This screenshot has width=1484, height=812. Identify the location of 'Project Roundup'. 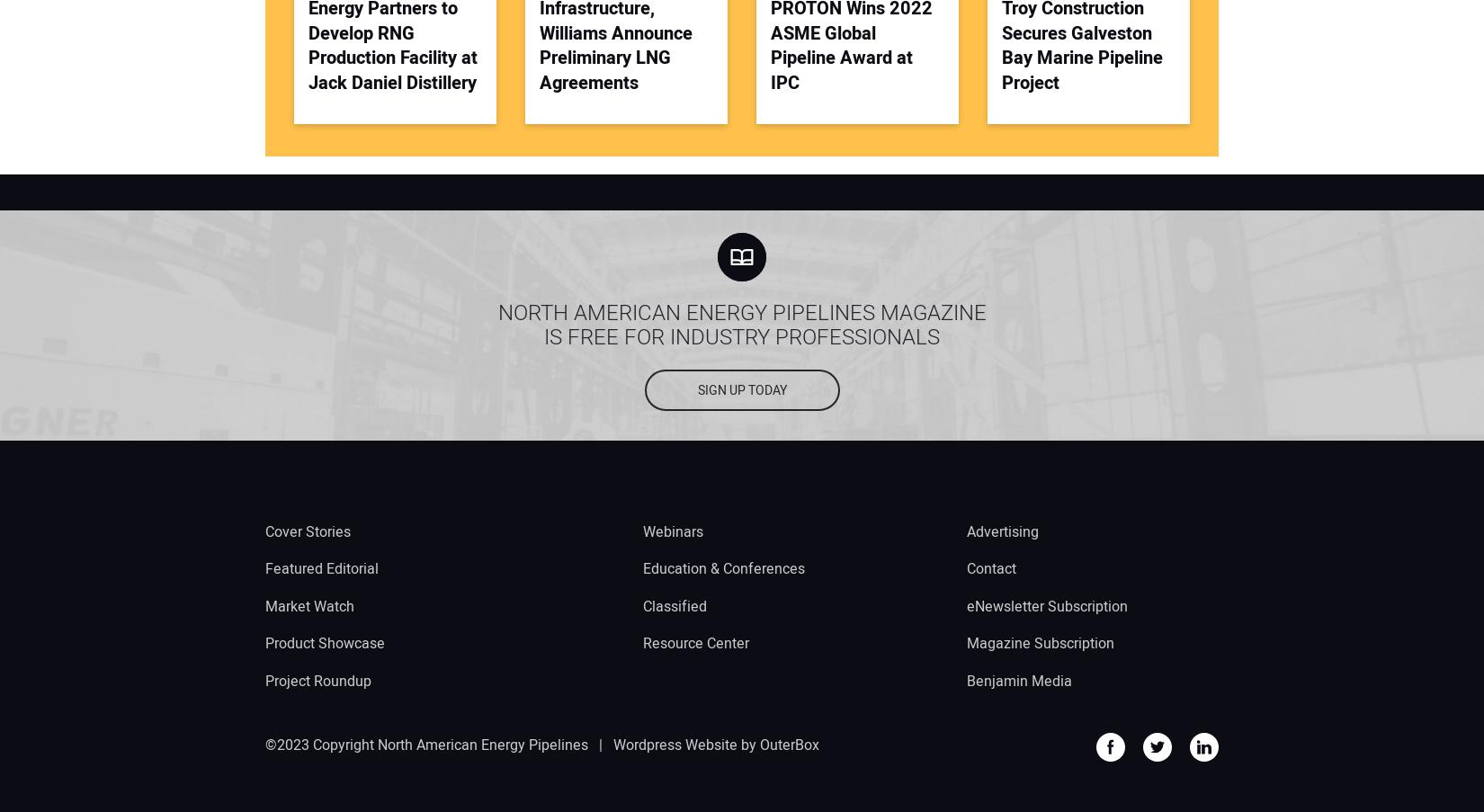
(317, 680).